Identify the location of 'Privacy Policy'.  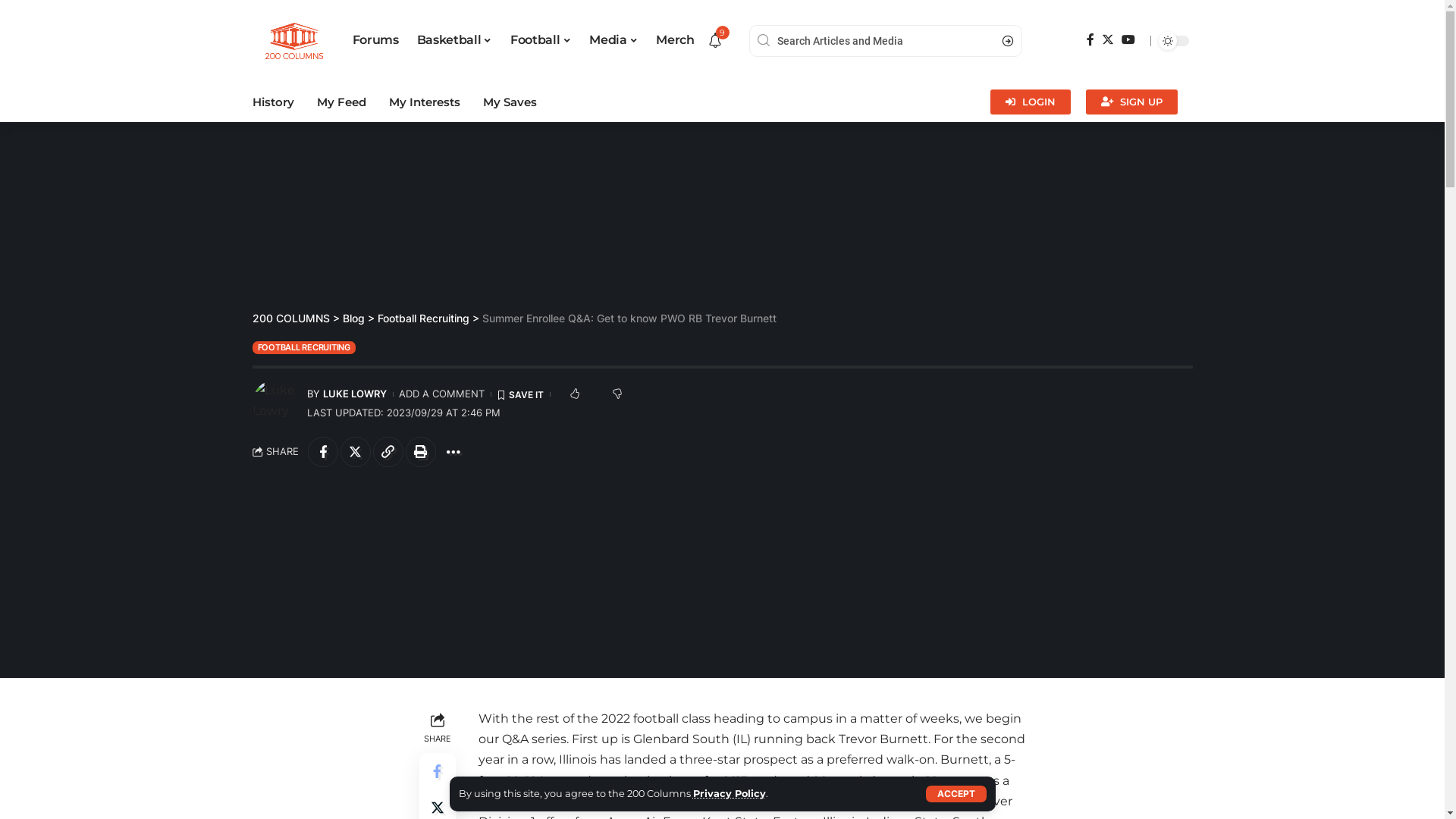
(729, 792).